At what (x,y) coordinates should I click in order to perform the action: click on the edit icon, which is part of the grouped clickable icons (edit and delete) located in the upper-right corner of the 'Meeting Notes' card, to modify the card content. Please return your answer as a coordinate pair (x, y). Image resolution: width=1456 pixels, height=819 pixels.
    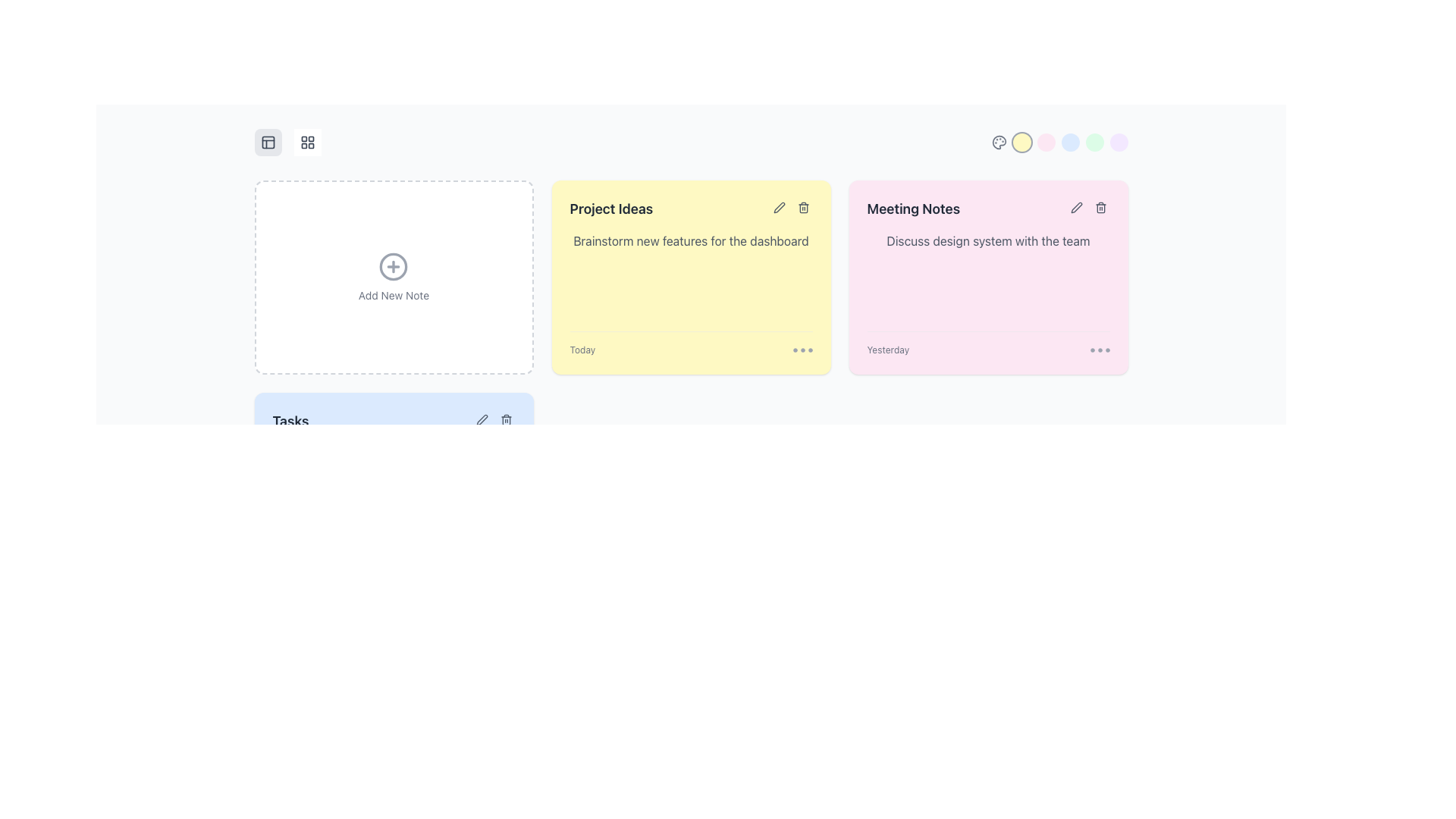
    Looking at the image, I should click on (1087, 207).